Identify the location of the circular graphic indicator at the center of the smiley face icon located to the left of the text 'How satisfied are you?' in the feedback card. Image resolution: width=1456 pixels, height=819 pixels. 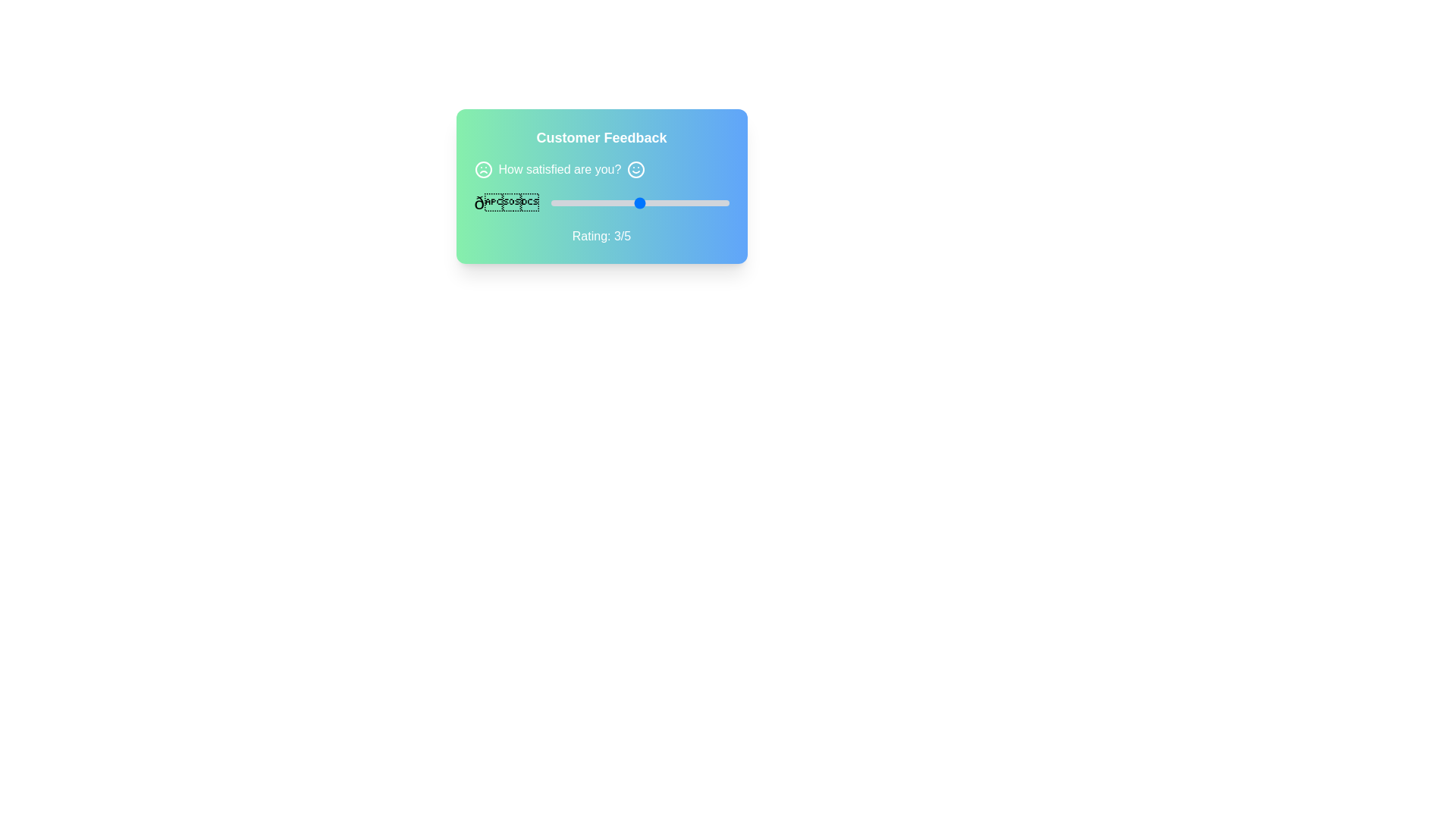
(636, 169).